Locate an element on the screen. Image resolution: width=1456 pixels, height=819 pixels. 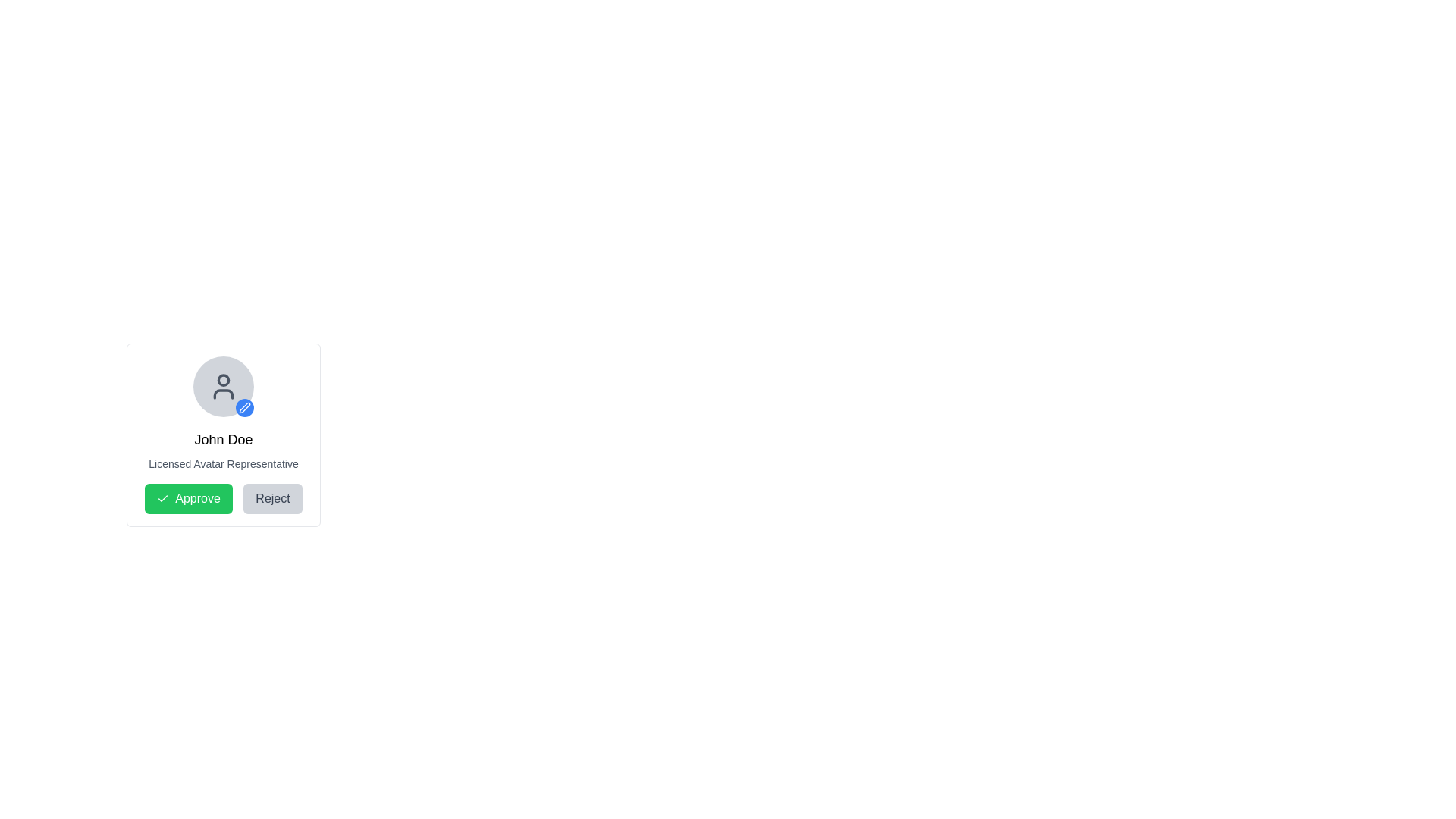
text content displayed in the Text Display element, which shows the title 'John Doe' and the subtitle 'Licensed Avatar Representative' is located at coordinates (222, 450).